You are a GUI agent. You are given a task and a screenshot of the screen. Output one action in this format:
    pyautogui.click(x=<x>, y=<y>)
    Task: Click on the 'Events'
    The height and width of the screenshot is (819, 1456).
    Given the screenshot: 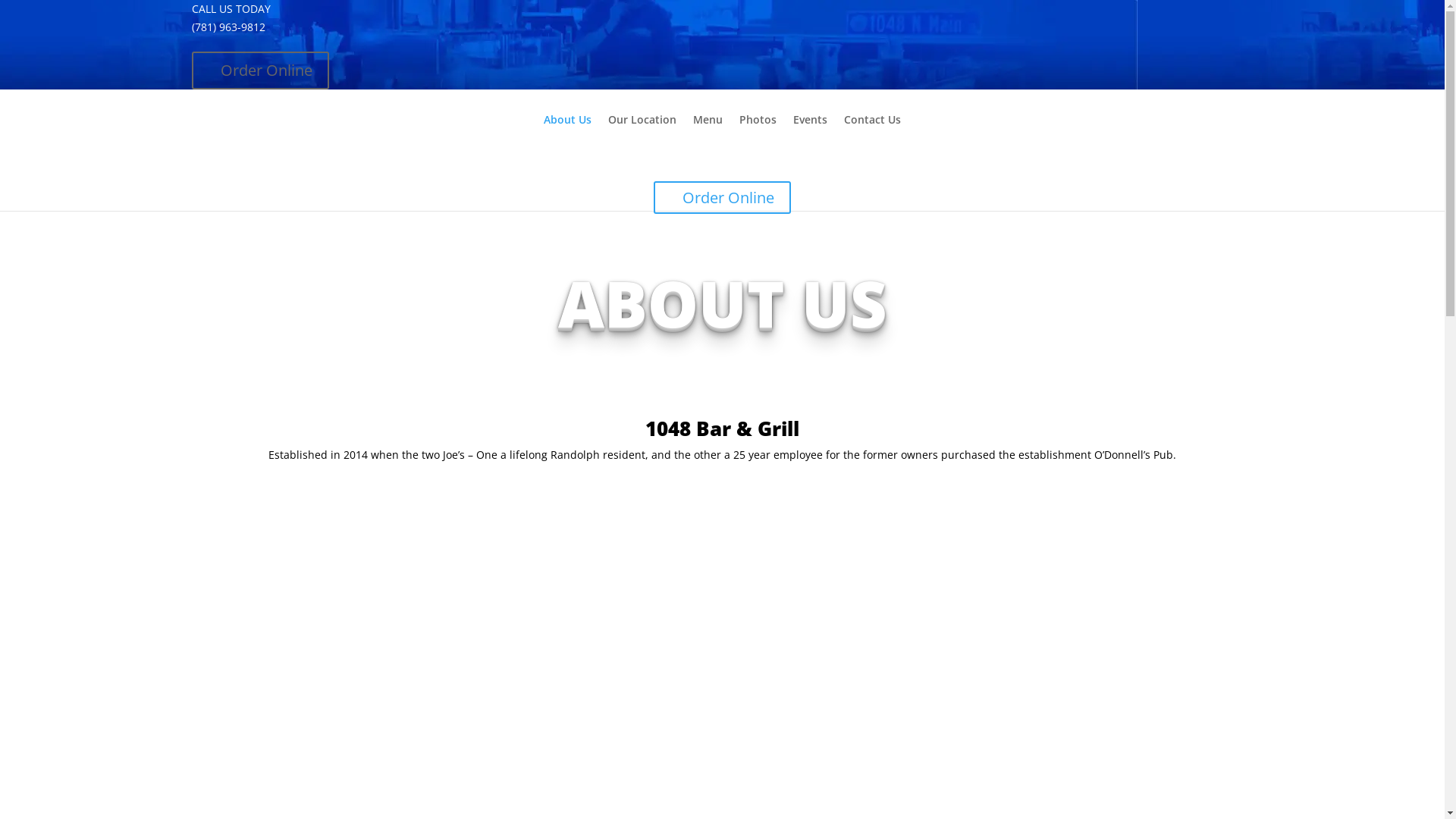 What is the action you would take?
    pyautogui.click(x=809, y=131)
    